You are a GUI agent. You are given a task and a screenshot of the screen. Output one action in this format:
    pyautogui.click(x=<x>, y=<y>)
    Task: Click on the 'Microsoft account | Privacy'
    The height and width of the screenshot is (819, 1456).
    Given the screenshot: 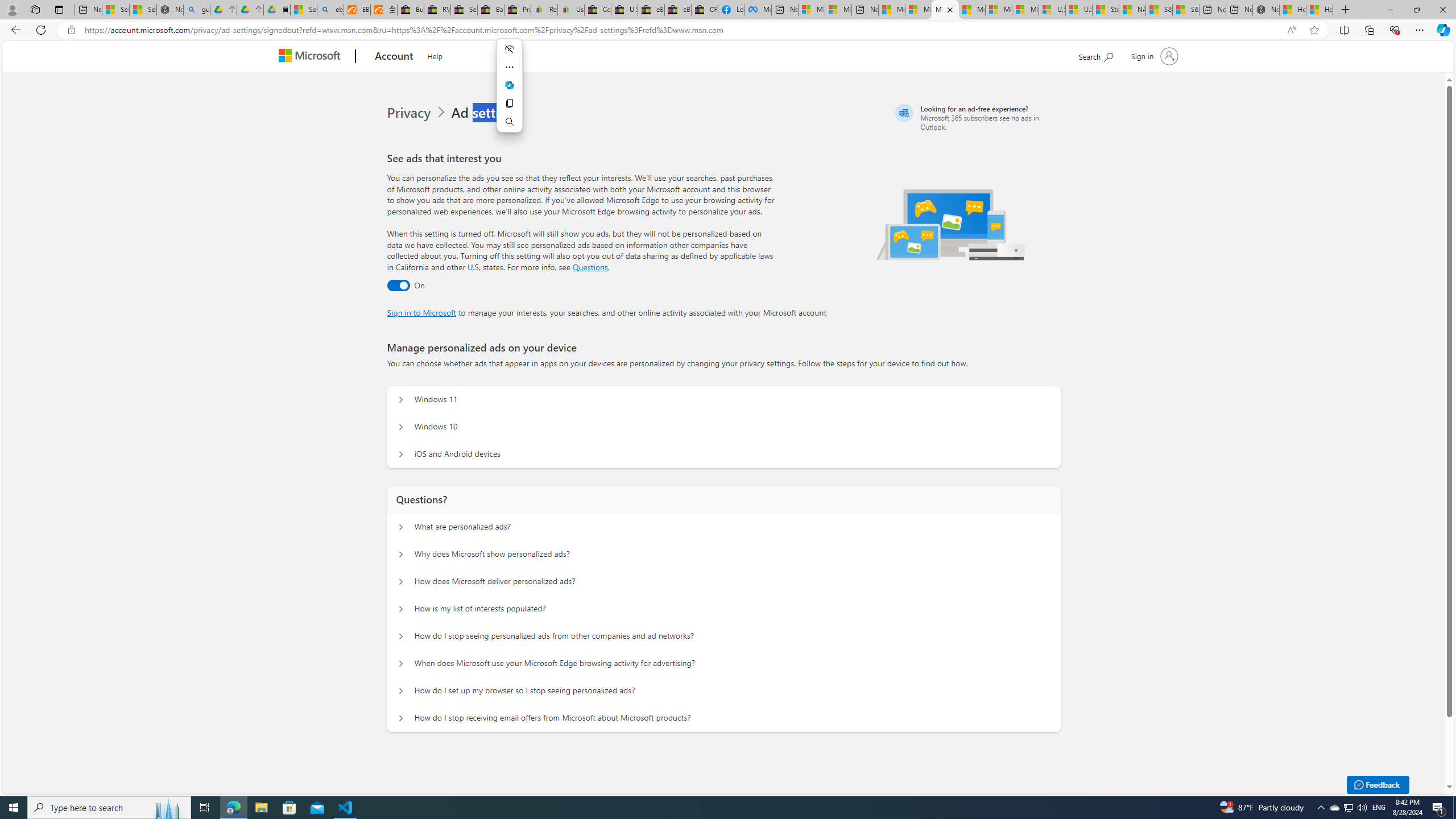 What is the action you would take?
    pyautogui.click(x=945, y=9)
    